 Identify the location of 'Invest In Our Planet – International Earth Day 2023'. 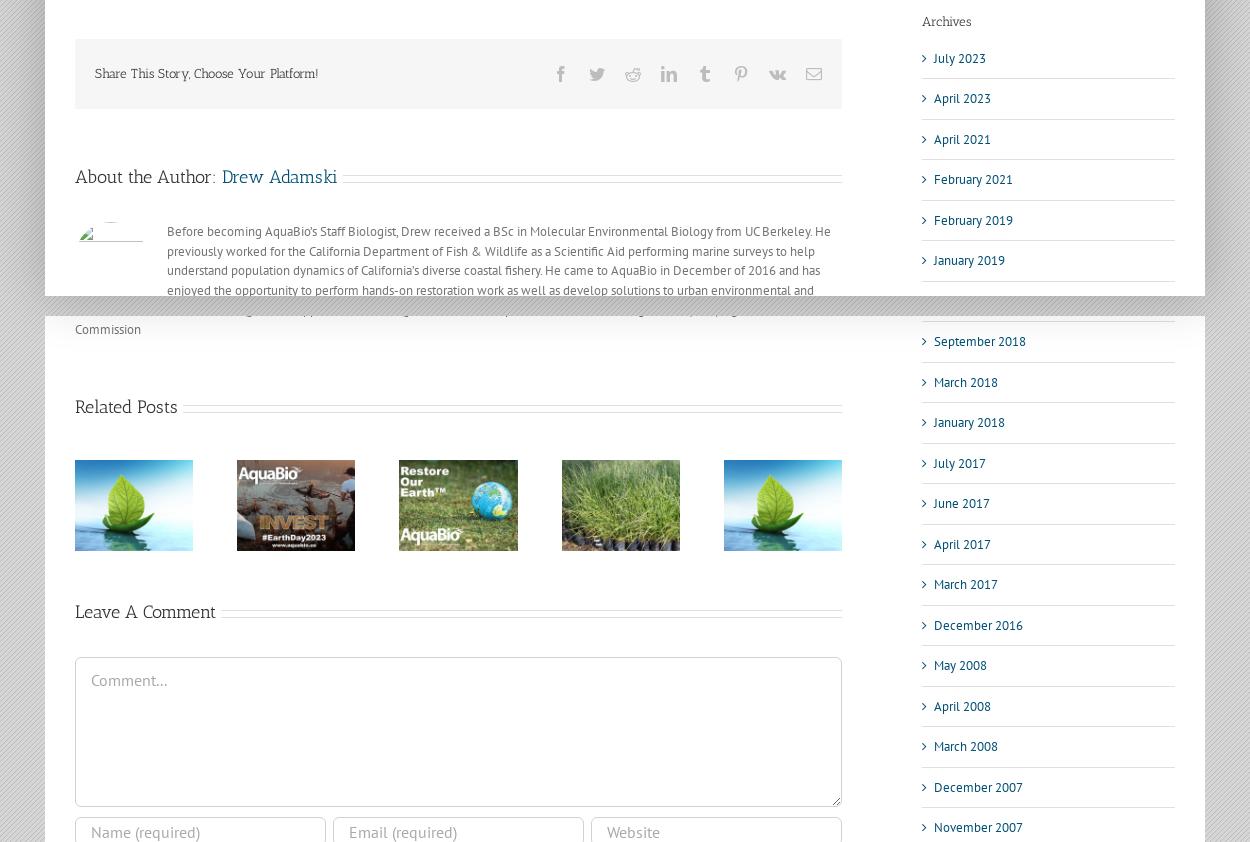
(140, 525).